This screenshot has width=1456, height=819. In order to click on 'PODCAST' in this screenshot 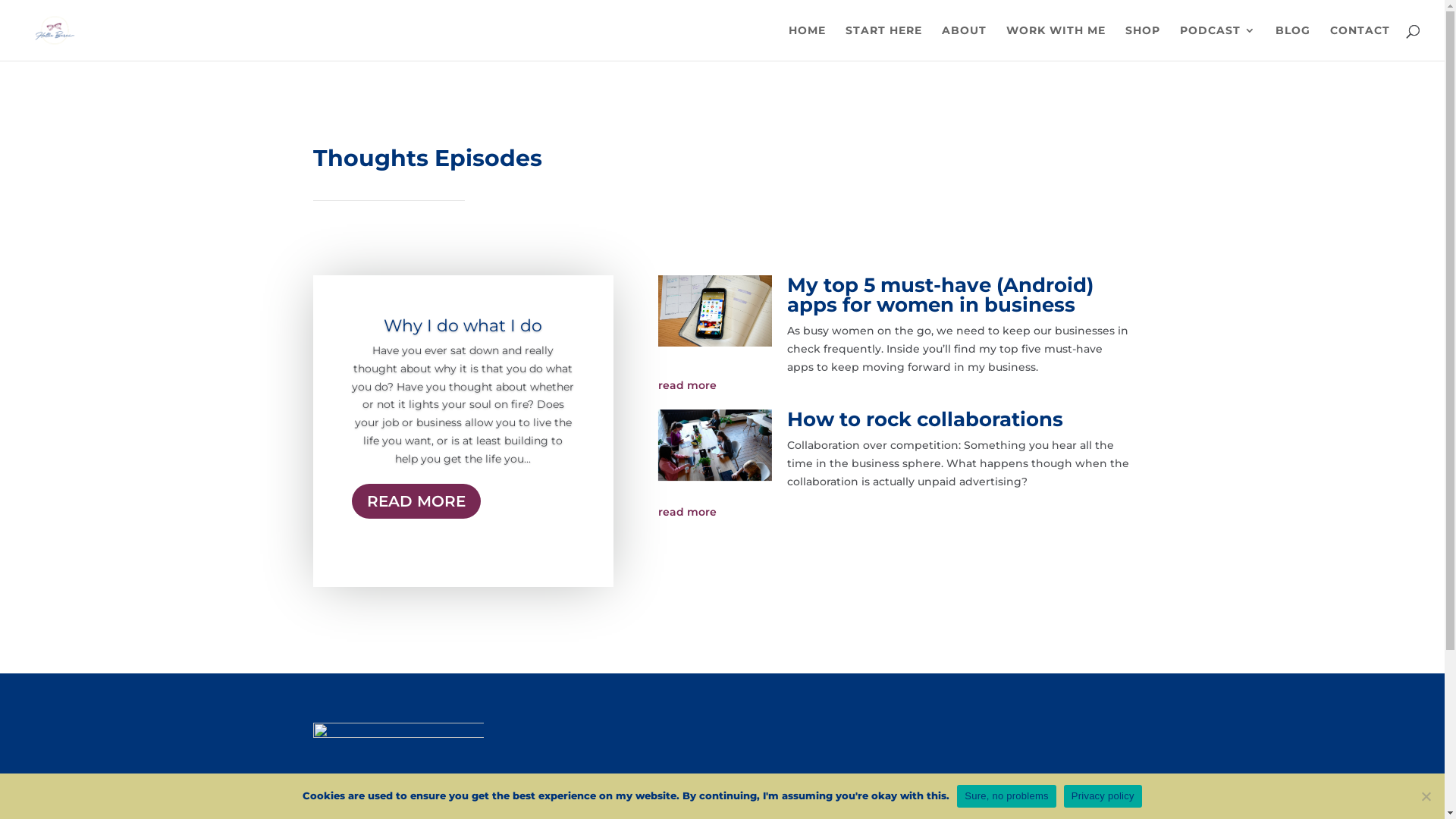, I will do `click(1178, 42)`.